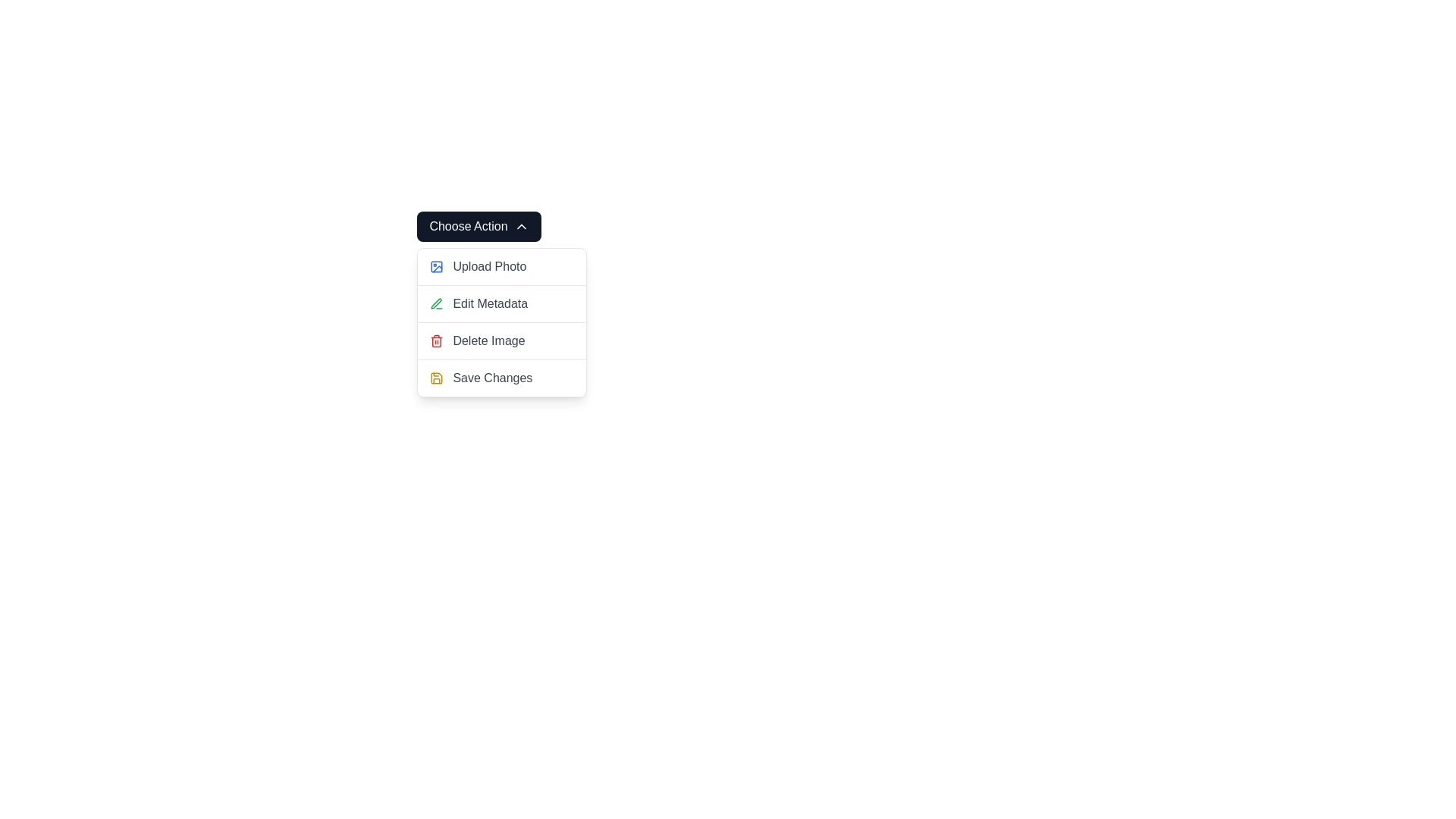  What do you see at coordinates (502, 265) in the screenshot?
I see `the 'Upload Photo' button, which features a blue-colored photo symbol and is located directly beneath the 'Choose Action' header in the vertical action menu` at bounding box center [502, 265].